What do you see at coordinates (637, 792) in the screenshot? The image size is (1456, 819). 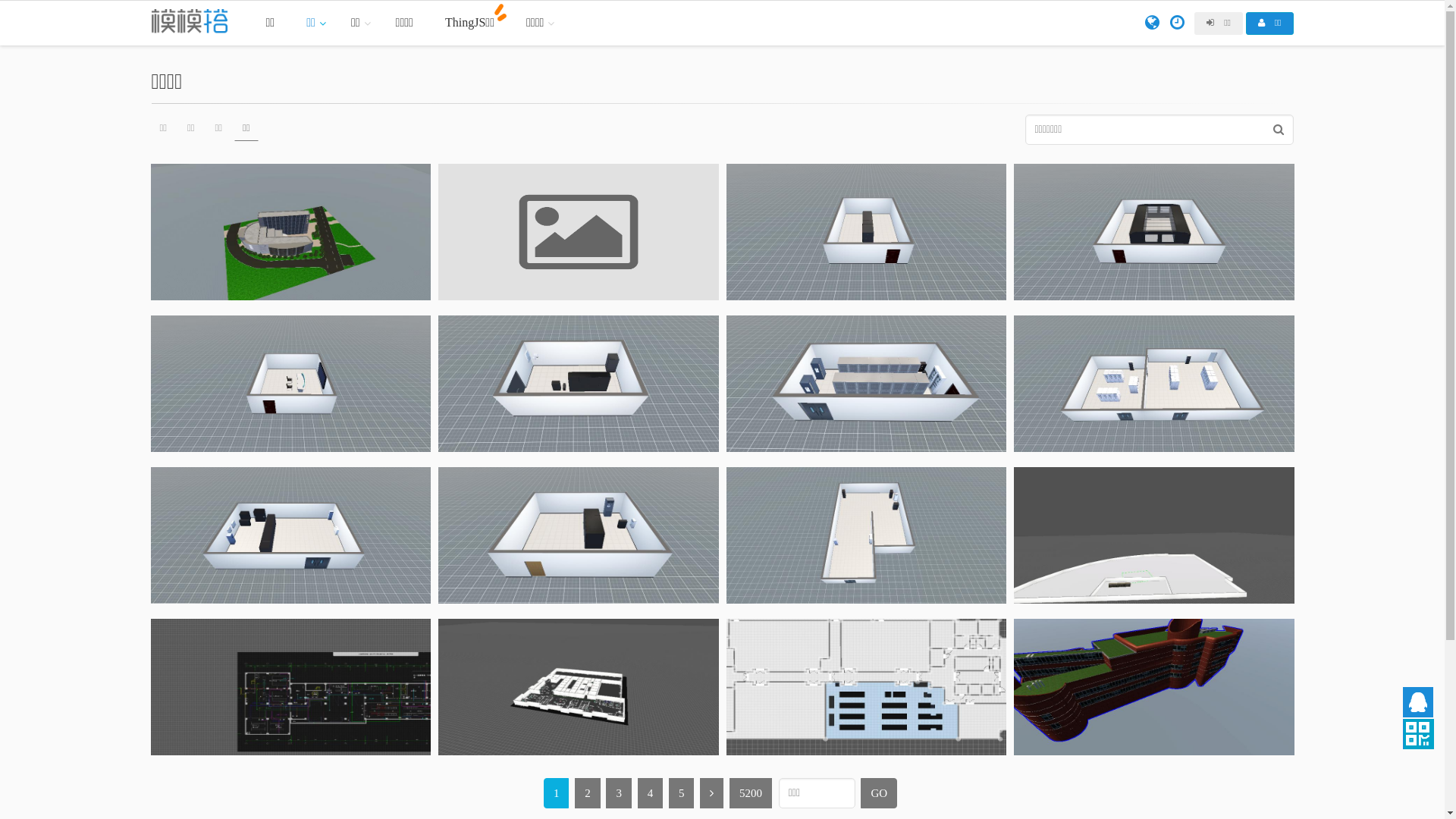 I see `'4'` at bounding box center [637, 792].